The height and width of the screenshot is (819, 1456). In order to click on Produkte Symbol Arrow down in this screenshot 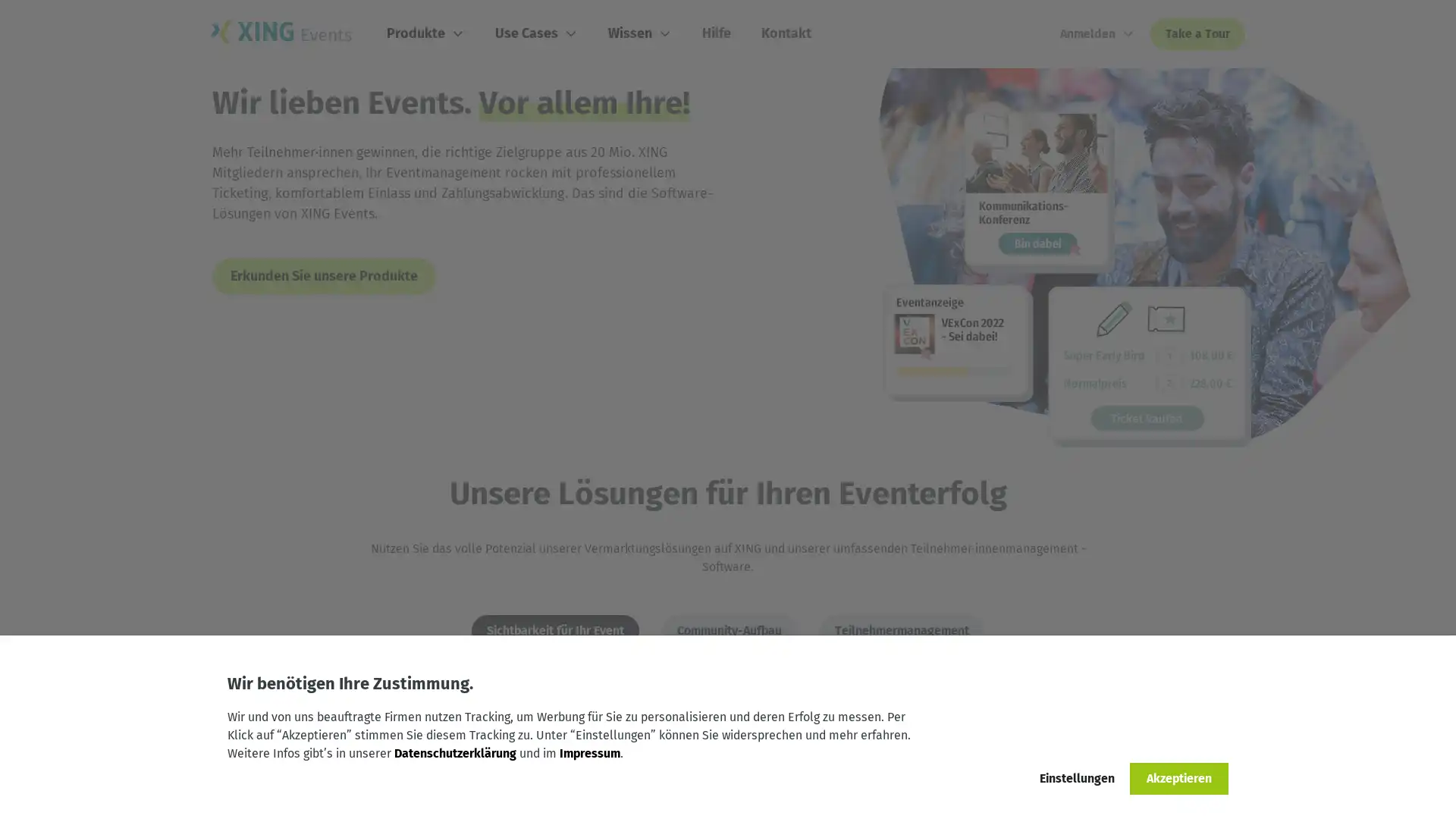, I will do `click(425, 33)`.